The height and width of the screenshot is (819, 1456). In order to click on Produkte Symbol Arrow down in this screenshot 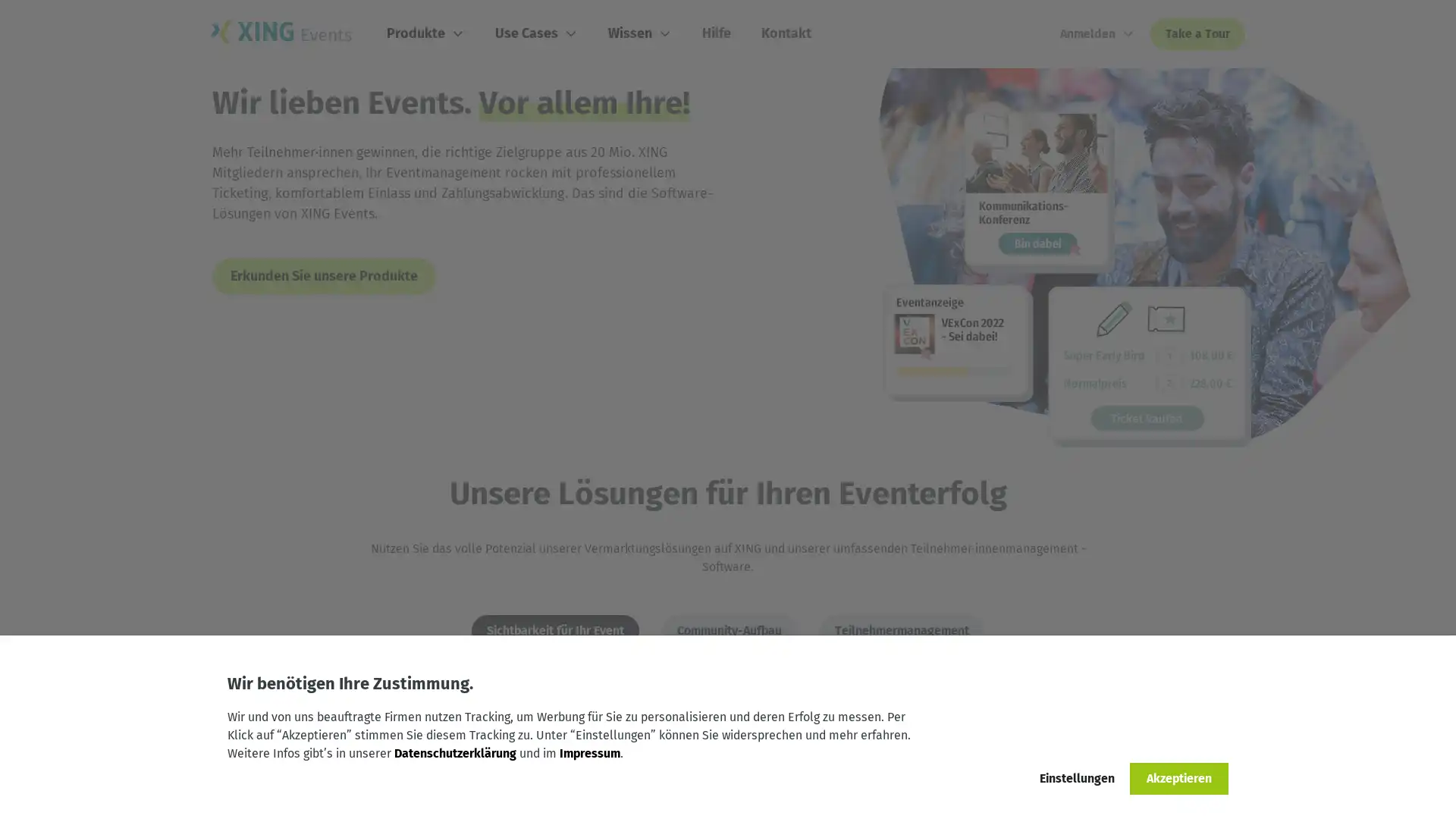, I will do `click(425, 33)`.